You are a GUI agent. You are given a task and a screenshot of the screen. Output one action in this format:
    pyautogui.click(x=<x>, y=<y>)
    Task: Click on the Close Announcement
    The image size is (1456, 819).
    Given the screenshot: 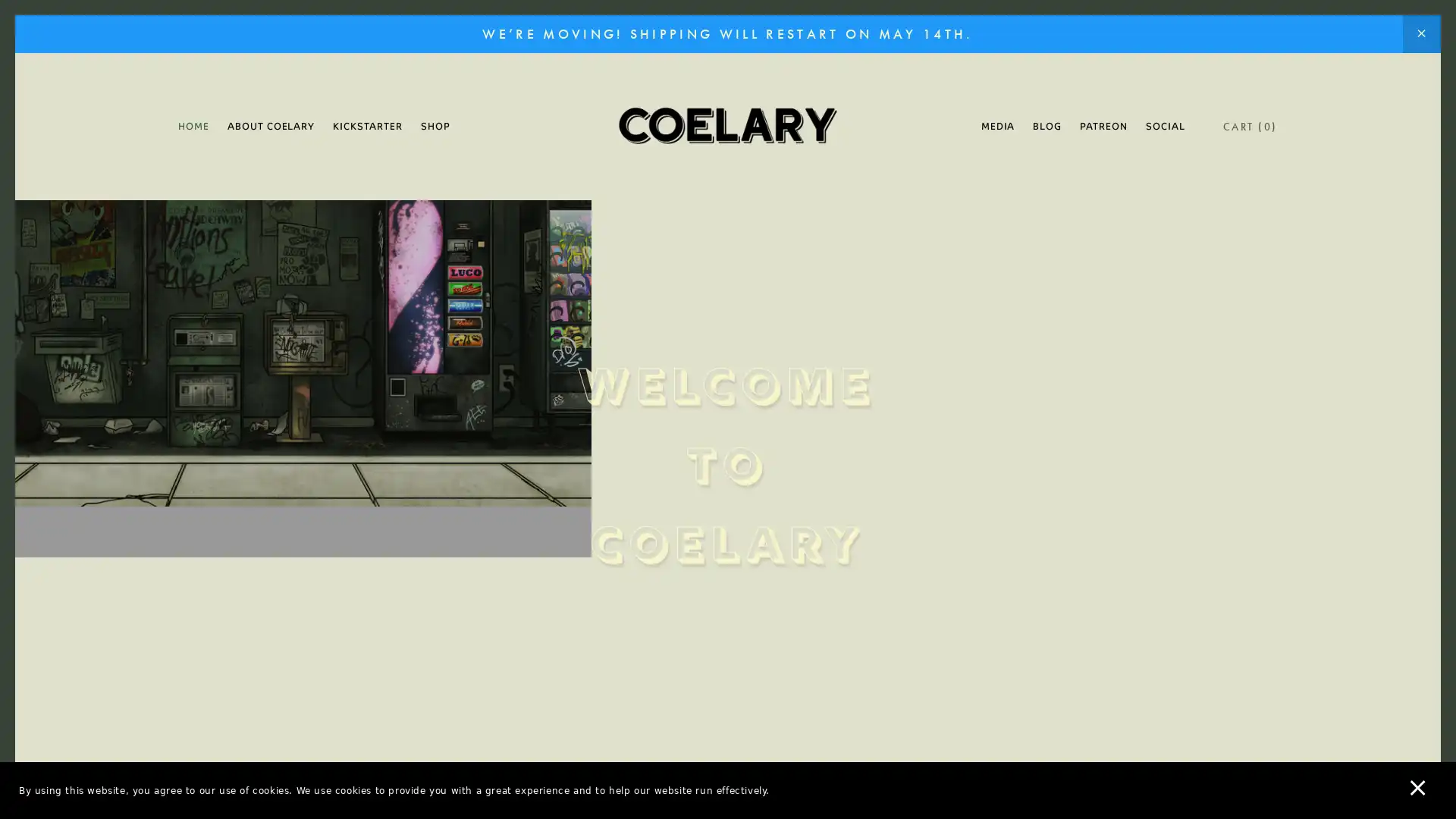 What is the action you would take?
    pyautogui.click(x=1420, y=34)
    